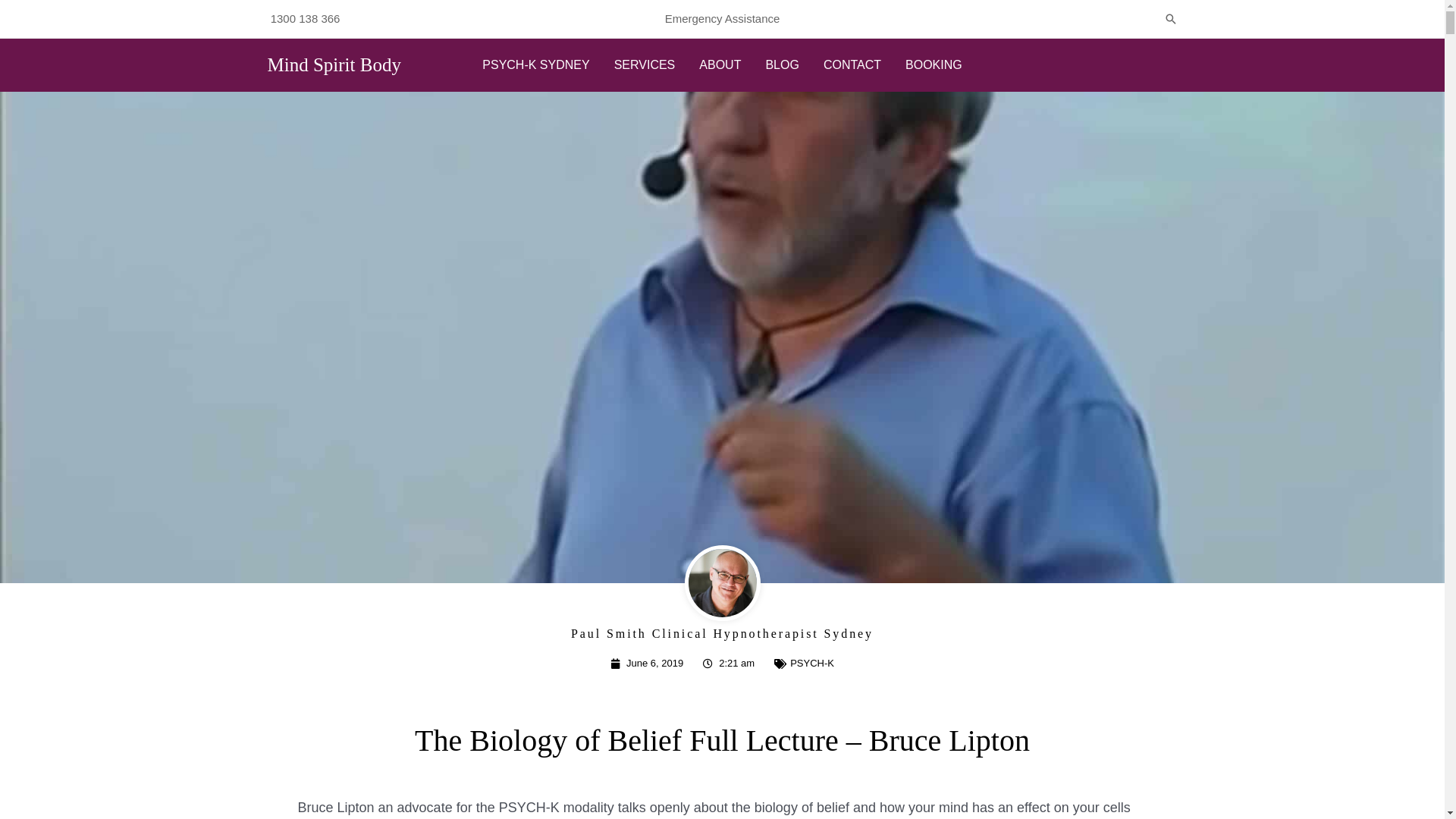 This screenshot has width=1456, height=819. What do you see at coordinates (535, 64) in the screenshot?
I see `'PSYCH-K SYDNEY'` at bounding box center [535, 64].